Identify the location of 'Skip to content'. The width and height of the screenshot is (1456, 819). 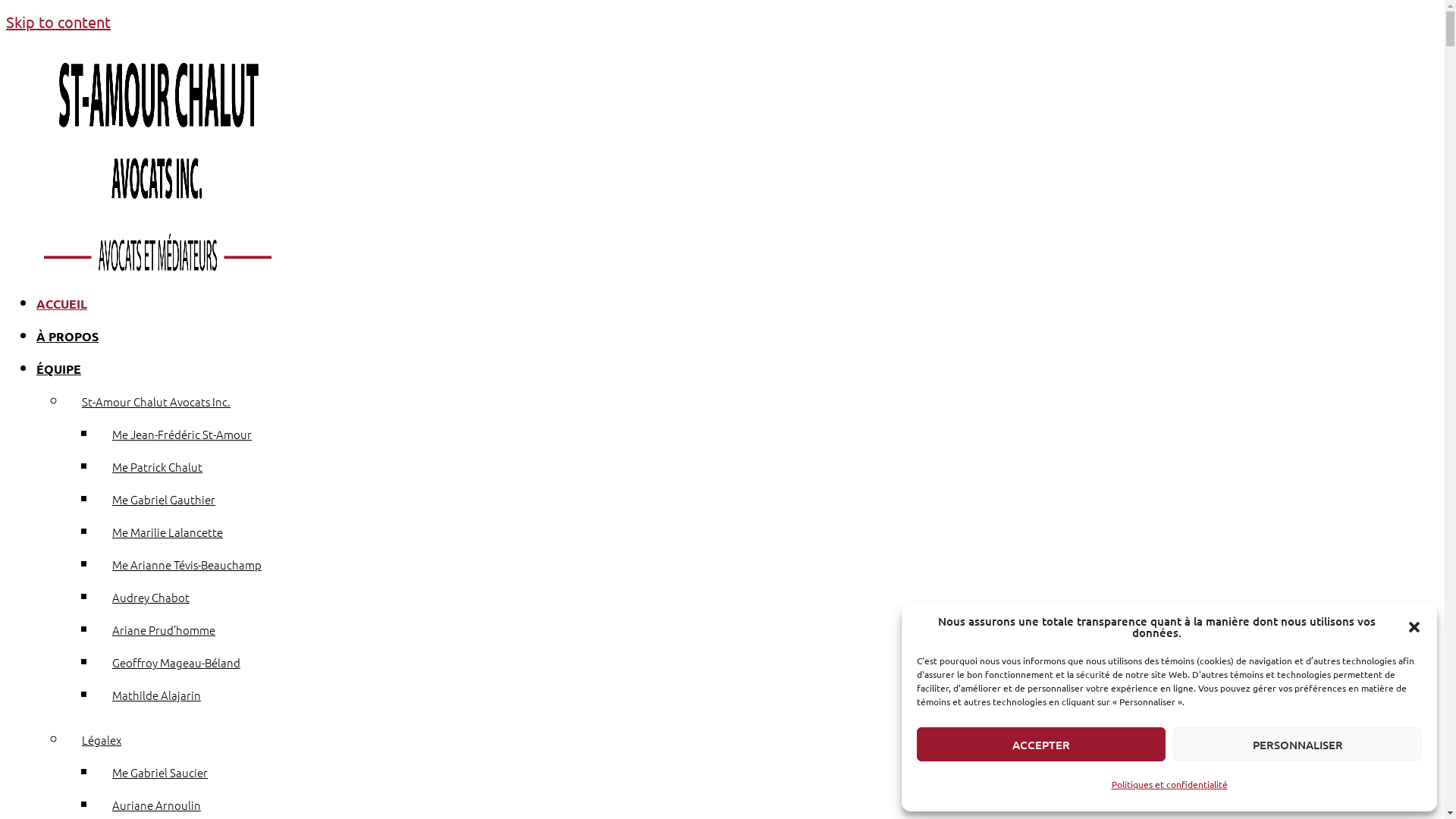
(6, 21).